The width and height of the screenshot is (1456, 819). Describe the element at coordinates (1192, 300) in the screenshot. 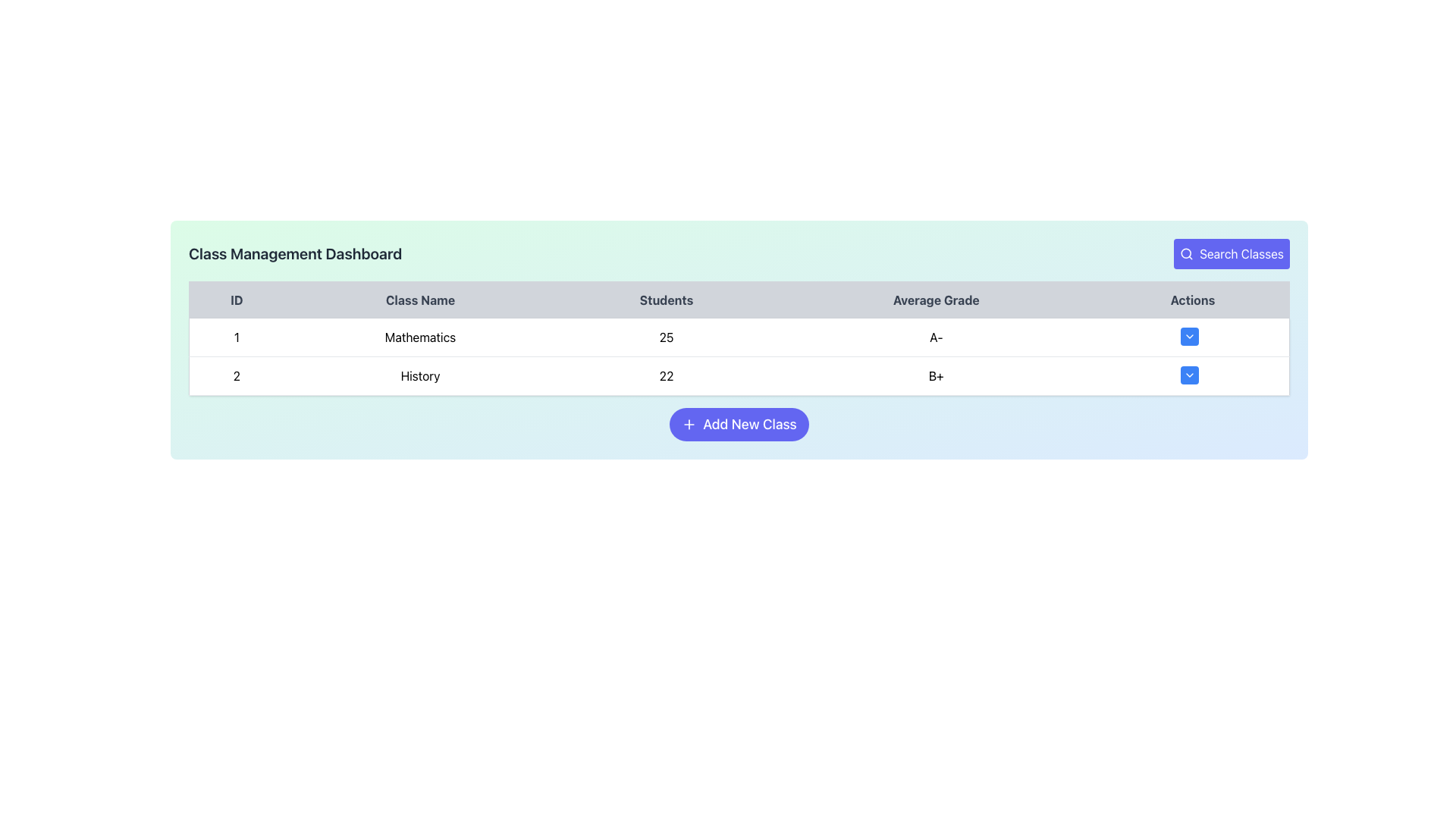

I see `the static text header labeled 'Actions' which is the last element in the header row of the table` at that location.